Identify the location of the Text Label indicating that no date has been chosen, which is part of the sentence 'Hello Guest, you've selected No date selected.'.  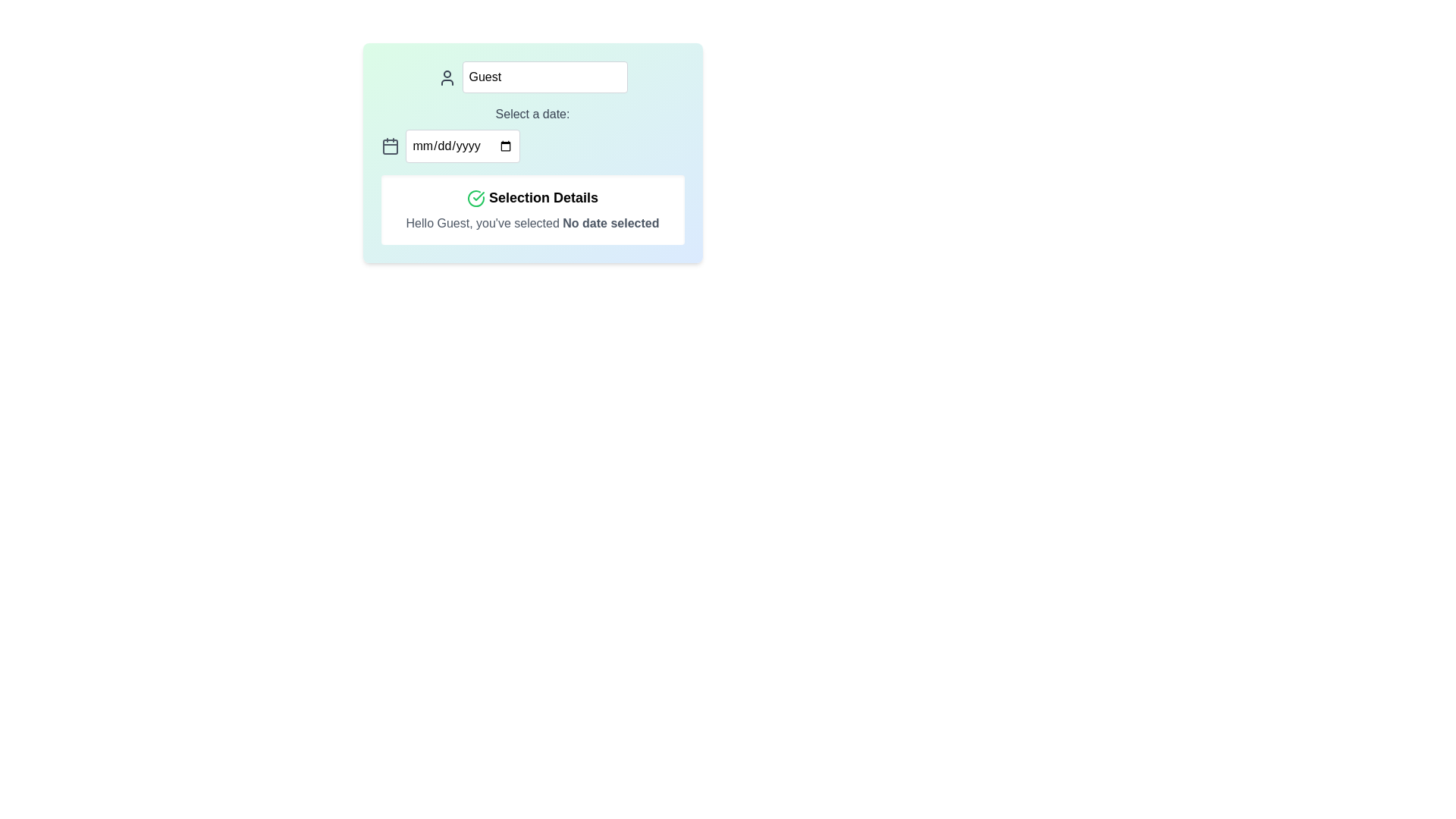
(610, 223).